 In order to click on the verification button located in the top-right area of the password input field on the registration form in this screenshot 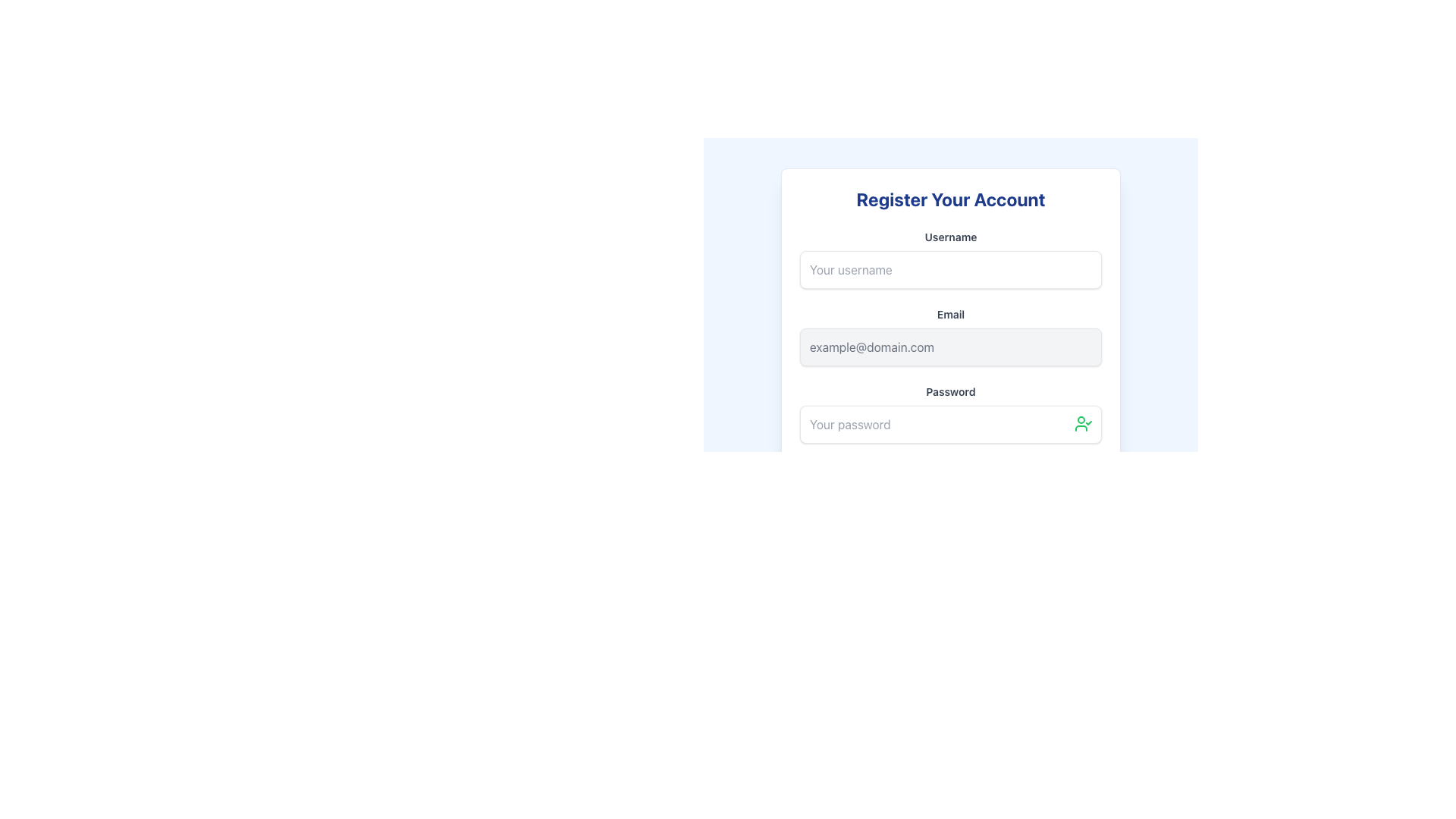, I will do `click(1083, 424)`.